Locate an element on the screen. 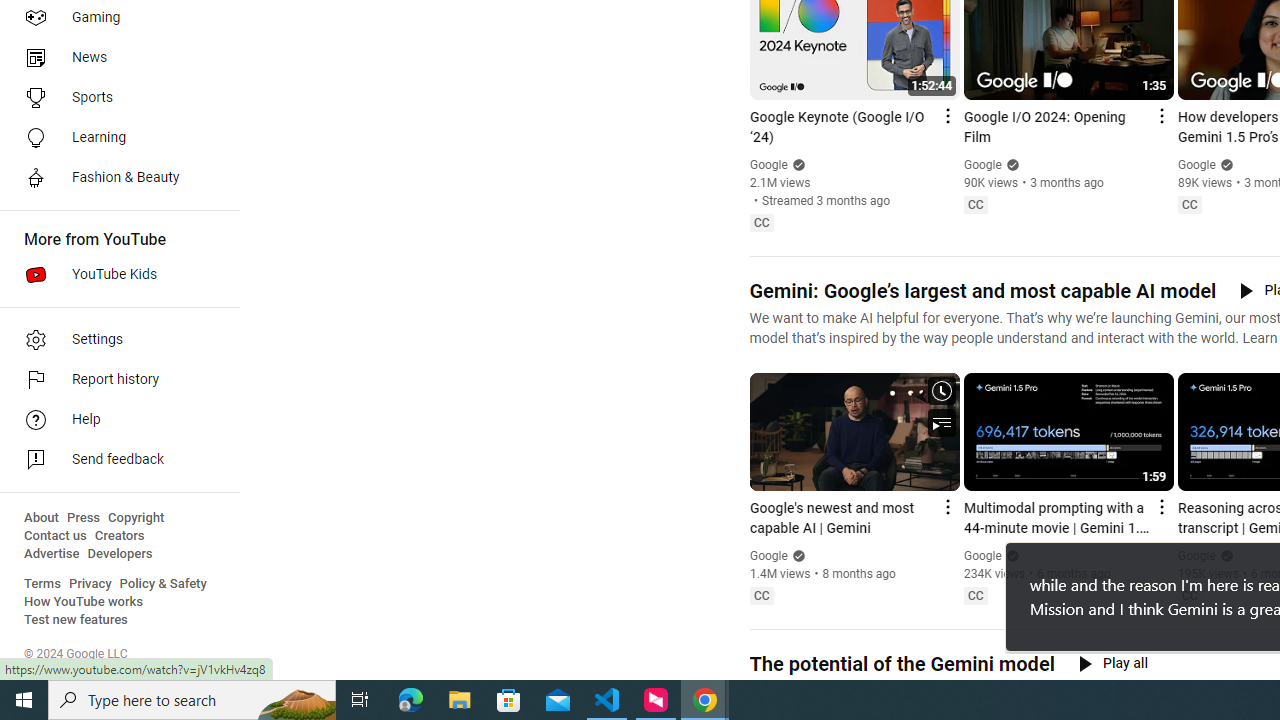 Image resolution: width=1280 pixels, height=720 pixels. 'Policy & Safety' is located at coordinates (163, 584).